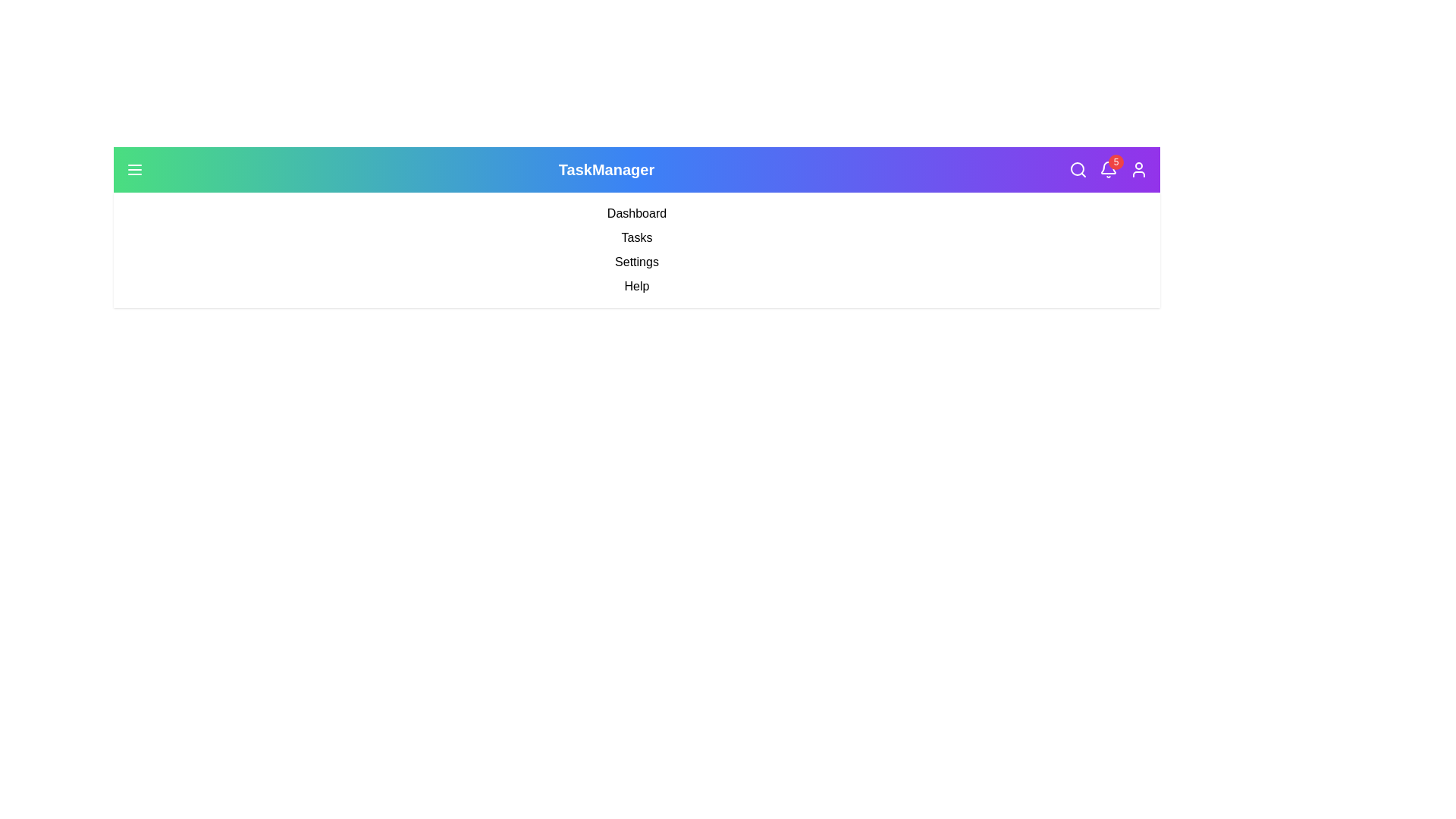 Image resolution: width=1456 pixels, height=819 pixels. I want to click on the Notification Badge indicating 5 new notifications, which is positioned over the top-right corner of the bell icon in the navigation bar, so click(1116, 162).